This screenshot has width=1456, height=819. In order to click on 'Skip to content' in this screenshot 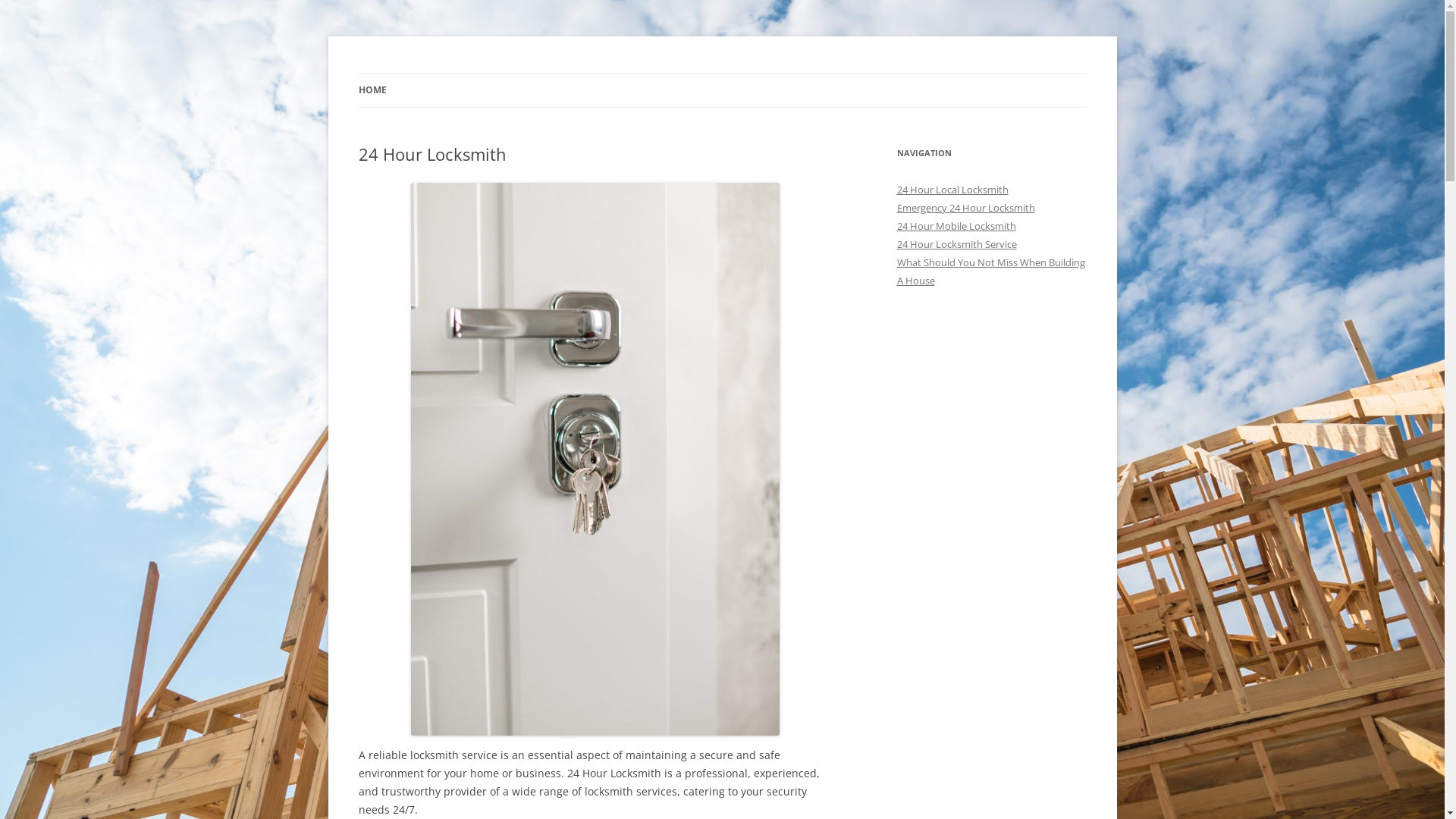, I will do `click(721, 73)`.